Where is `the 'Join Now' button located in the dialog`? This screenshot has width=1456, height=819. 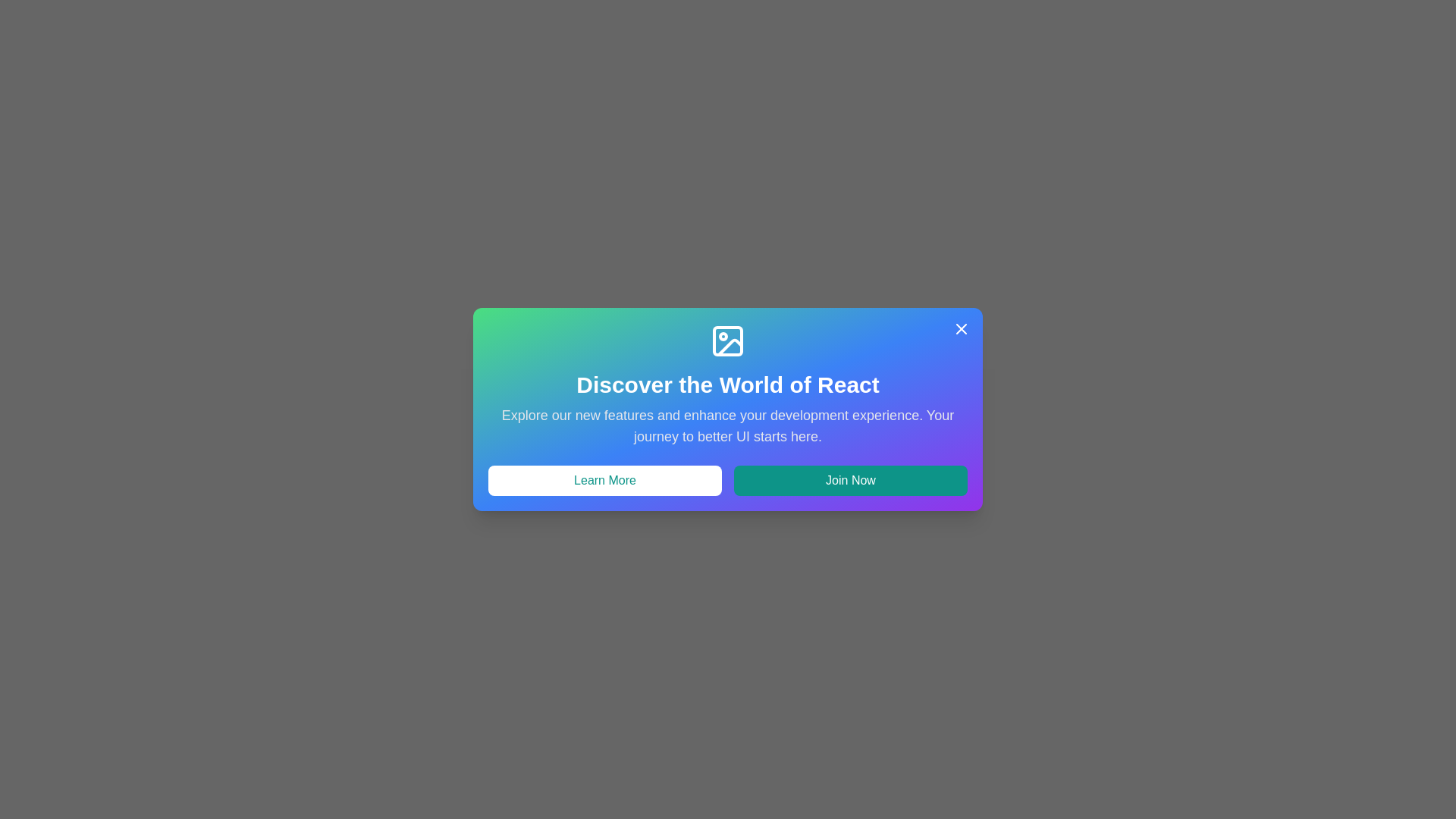 the 'Join Now' button located in the dialog is located at coordinates (851, 480).